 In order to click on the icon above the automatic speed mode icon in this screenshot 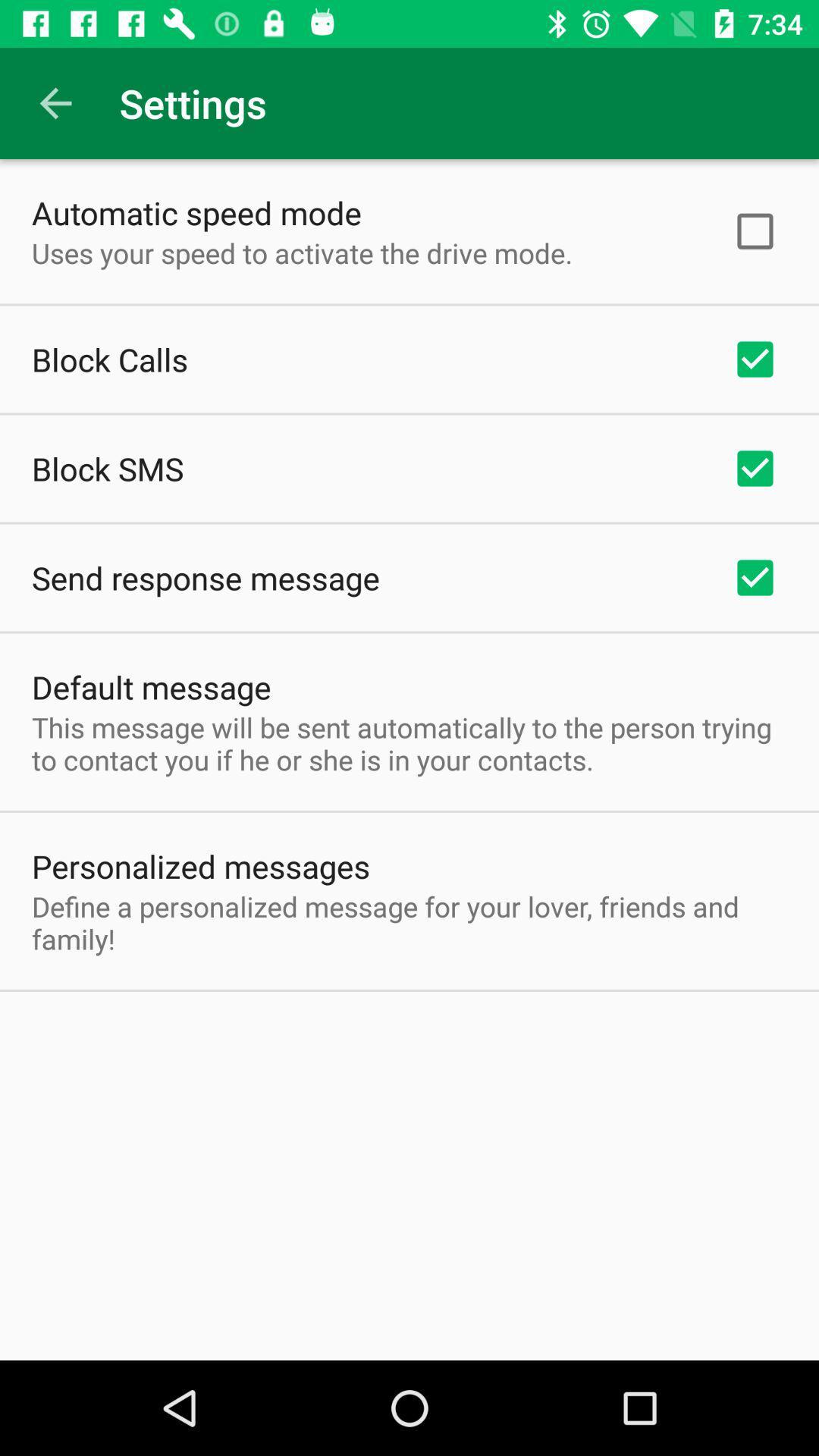, I will do `click(55, 102)`.